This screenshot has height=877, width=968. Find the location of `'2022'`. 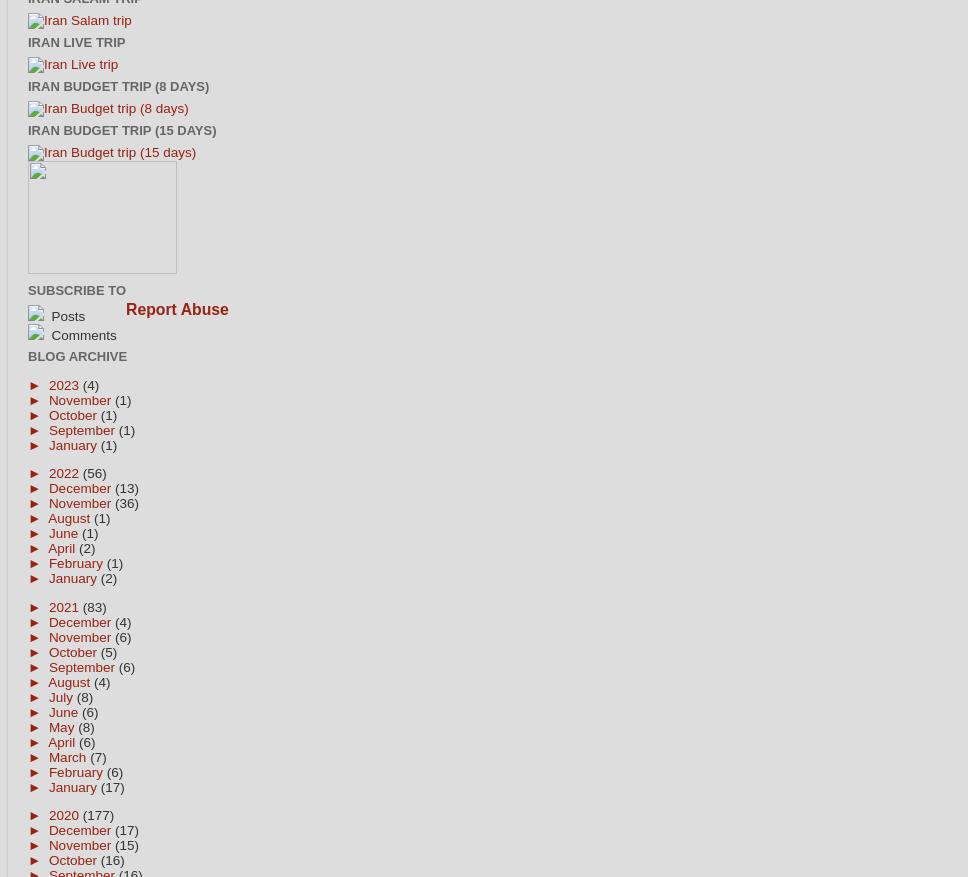

'2022' is located at coordinates (63, 473).